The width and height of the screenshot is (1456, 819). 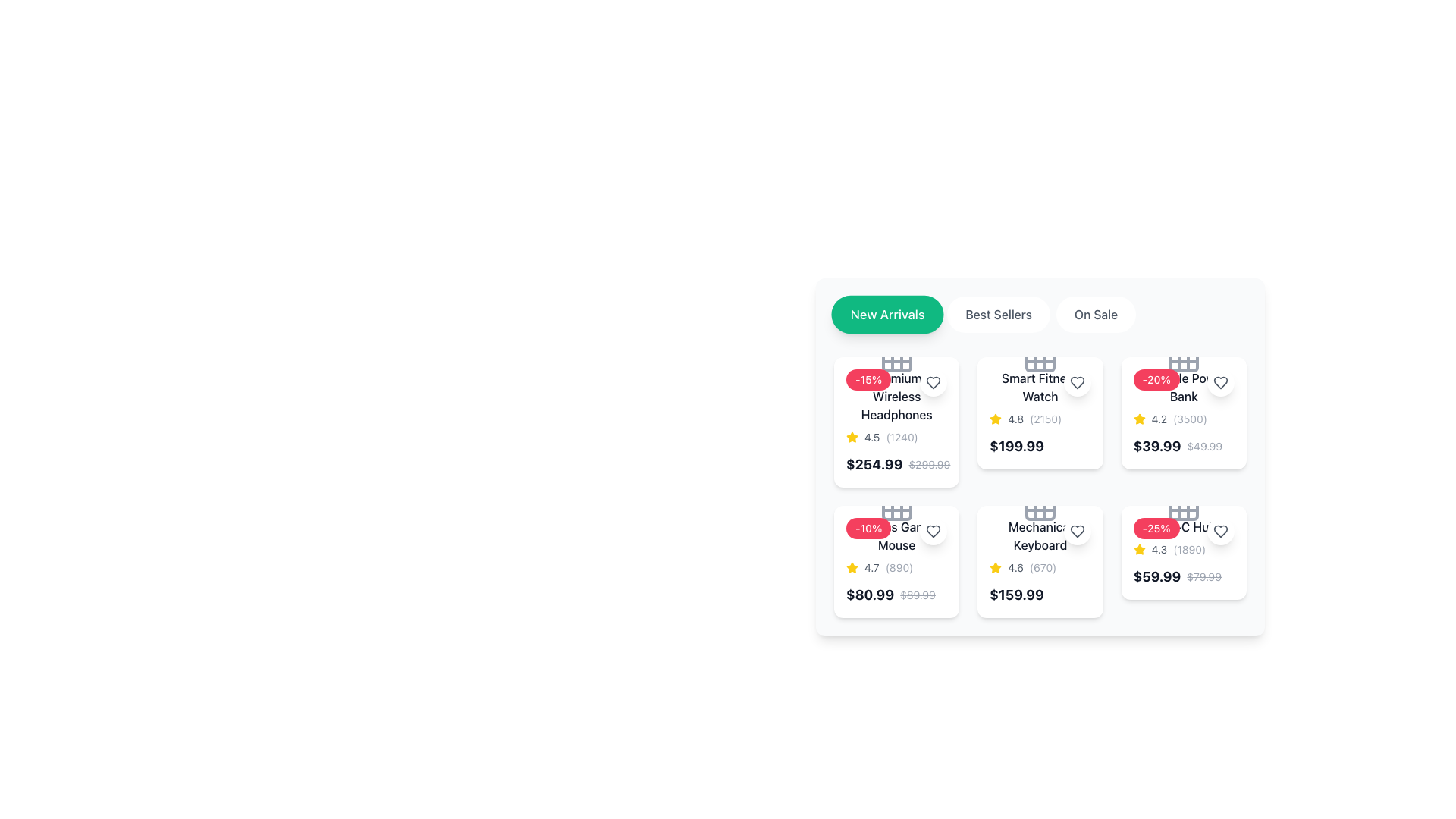 I want to click on the yellow star-shaped icon representing a rating or favorite element, located in the second item of the second row of product cards, so click(x=852, y=437).